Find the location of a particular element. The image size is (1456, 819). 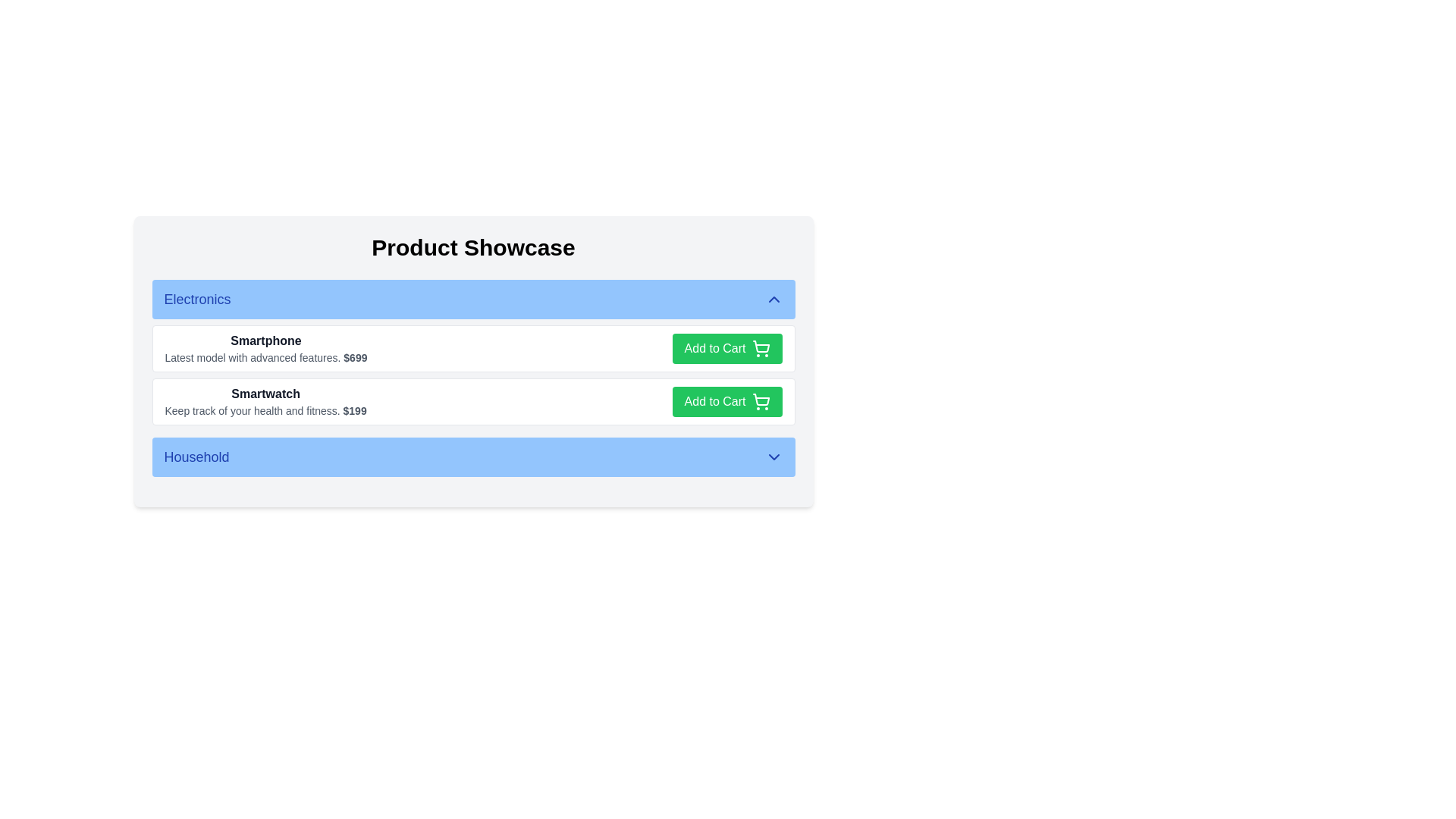

the text-based informational component displaying the product title 'Smartphone', its description, and price '$699' located in the first item under the 'Electronics' section is located at coordinates (265, 348).